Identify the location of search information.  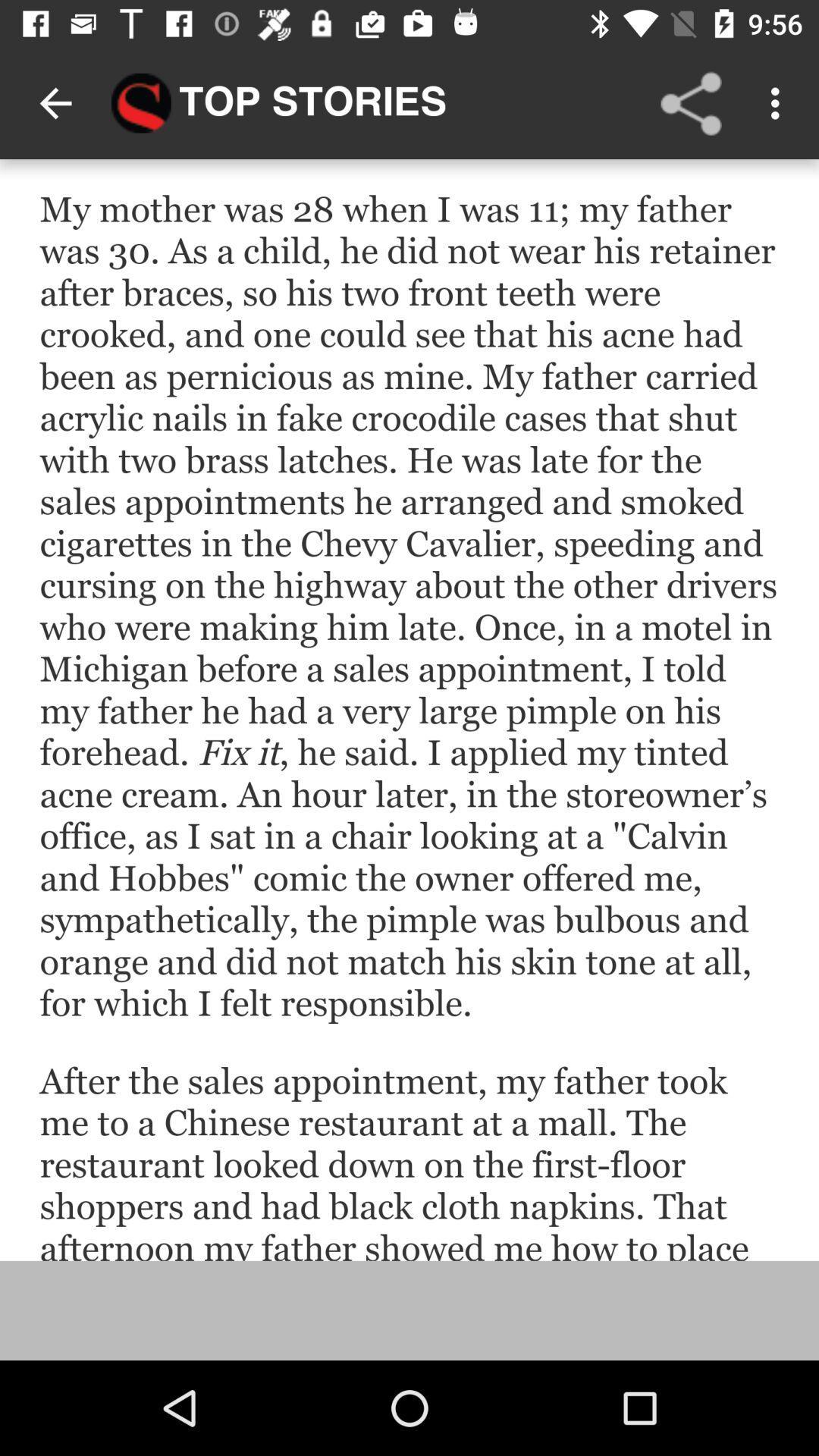
(409, 709).